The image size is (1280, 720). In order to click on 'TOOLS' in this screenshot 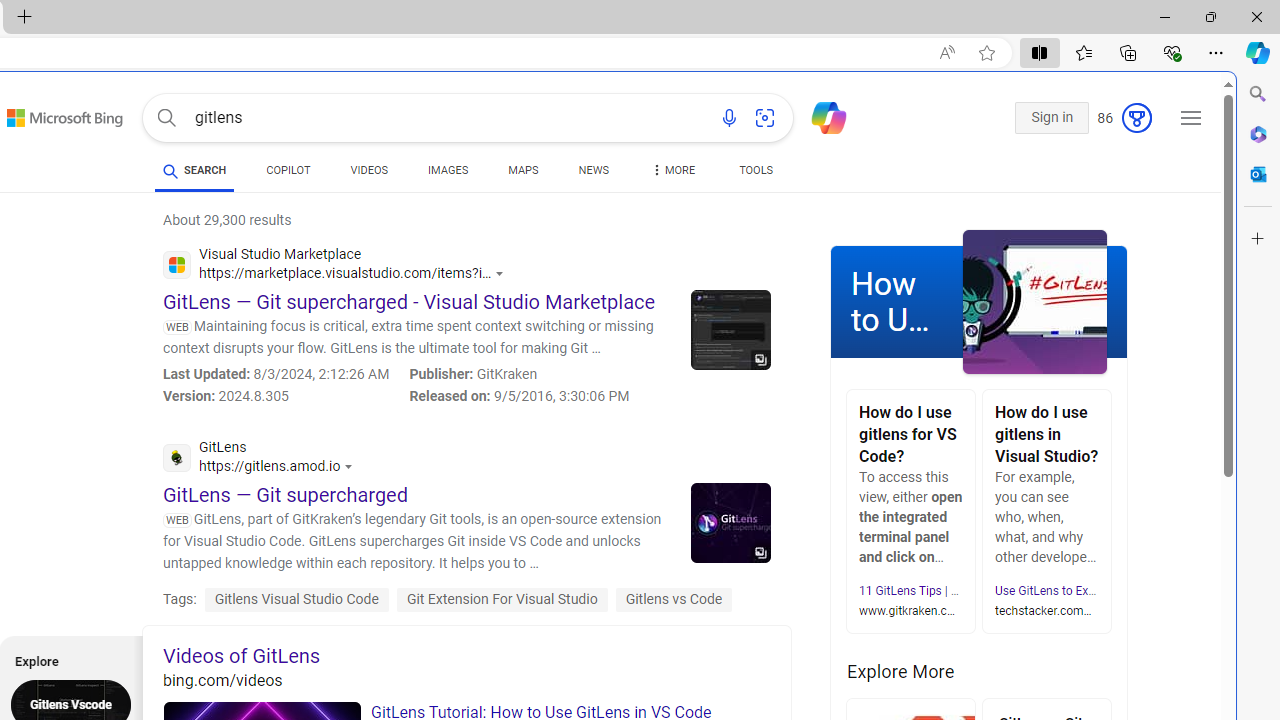, I will do `click(755, 170)`.